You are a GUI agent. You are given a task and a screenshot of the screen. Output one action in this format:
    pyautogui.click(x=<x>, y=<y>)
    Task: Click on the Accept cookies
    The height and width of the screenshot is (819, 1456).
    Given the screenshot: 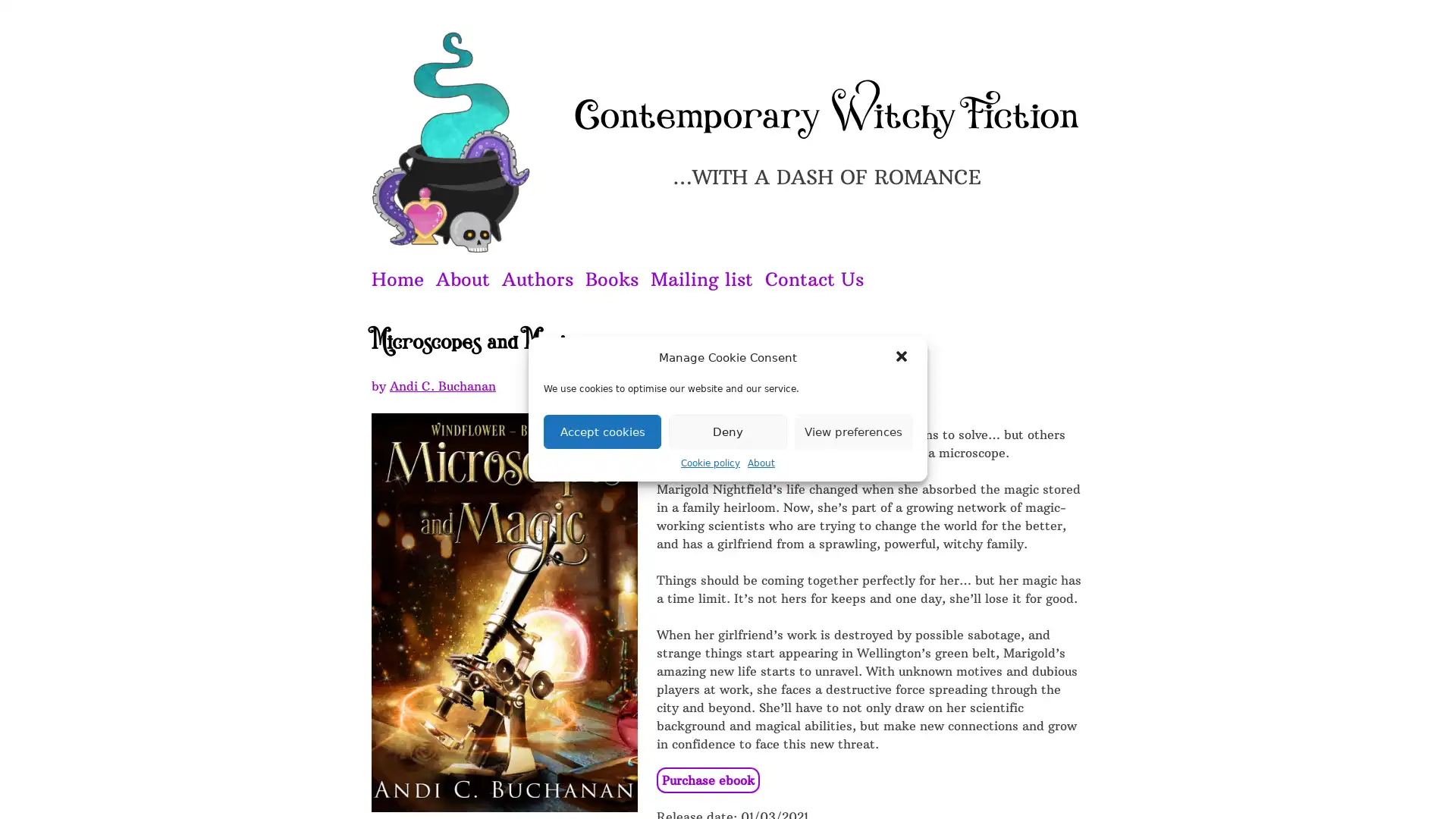 What is the action you would take?
    pyautogui.click(x=601, y=431)
    